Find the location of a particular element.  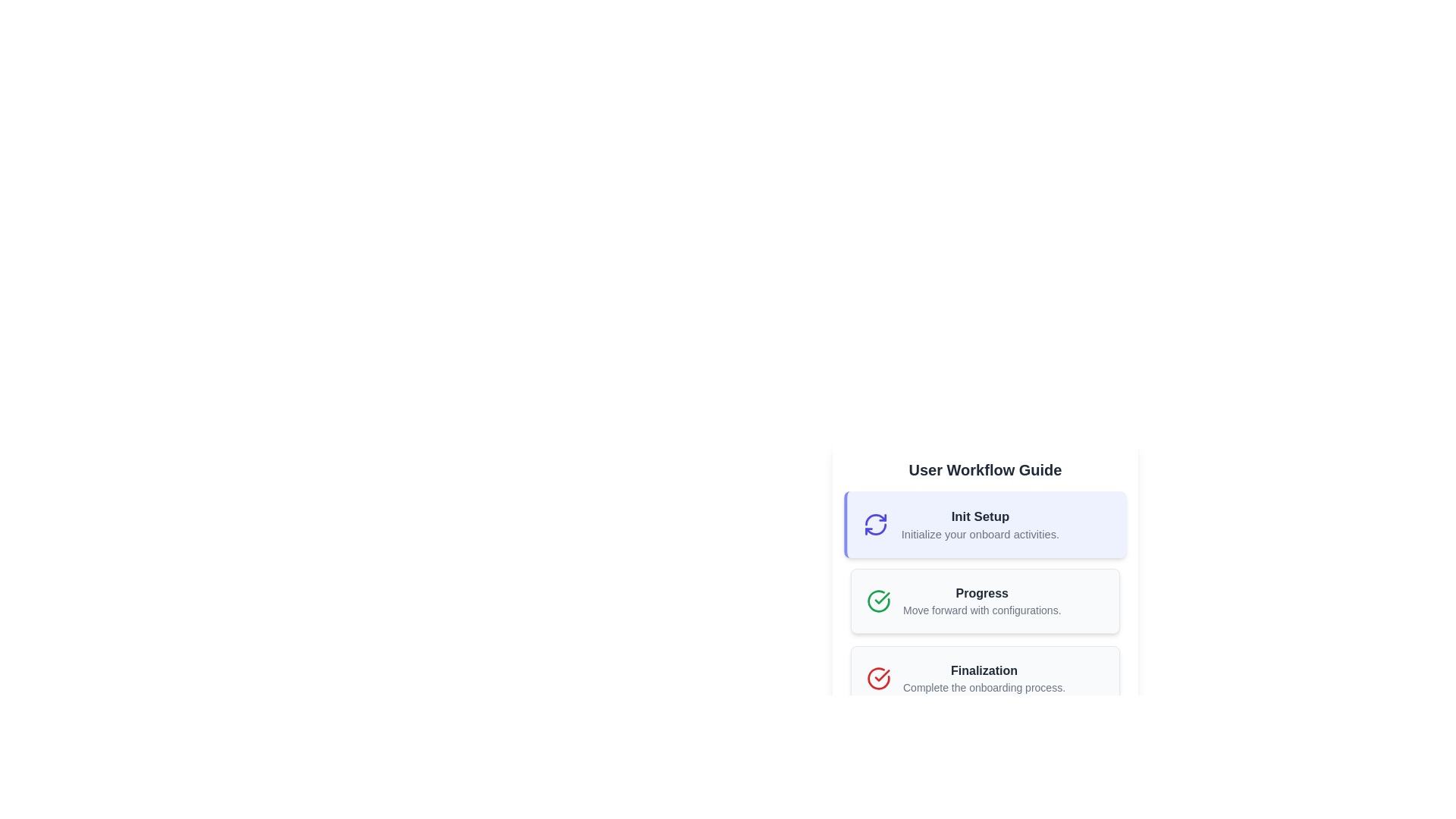

the 'Finalization' heading text label, which indicates the title for the final step of the user workflow guide is located at coordinates (984, 670).